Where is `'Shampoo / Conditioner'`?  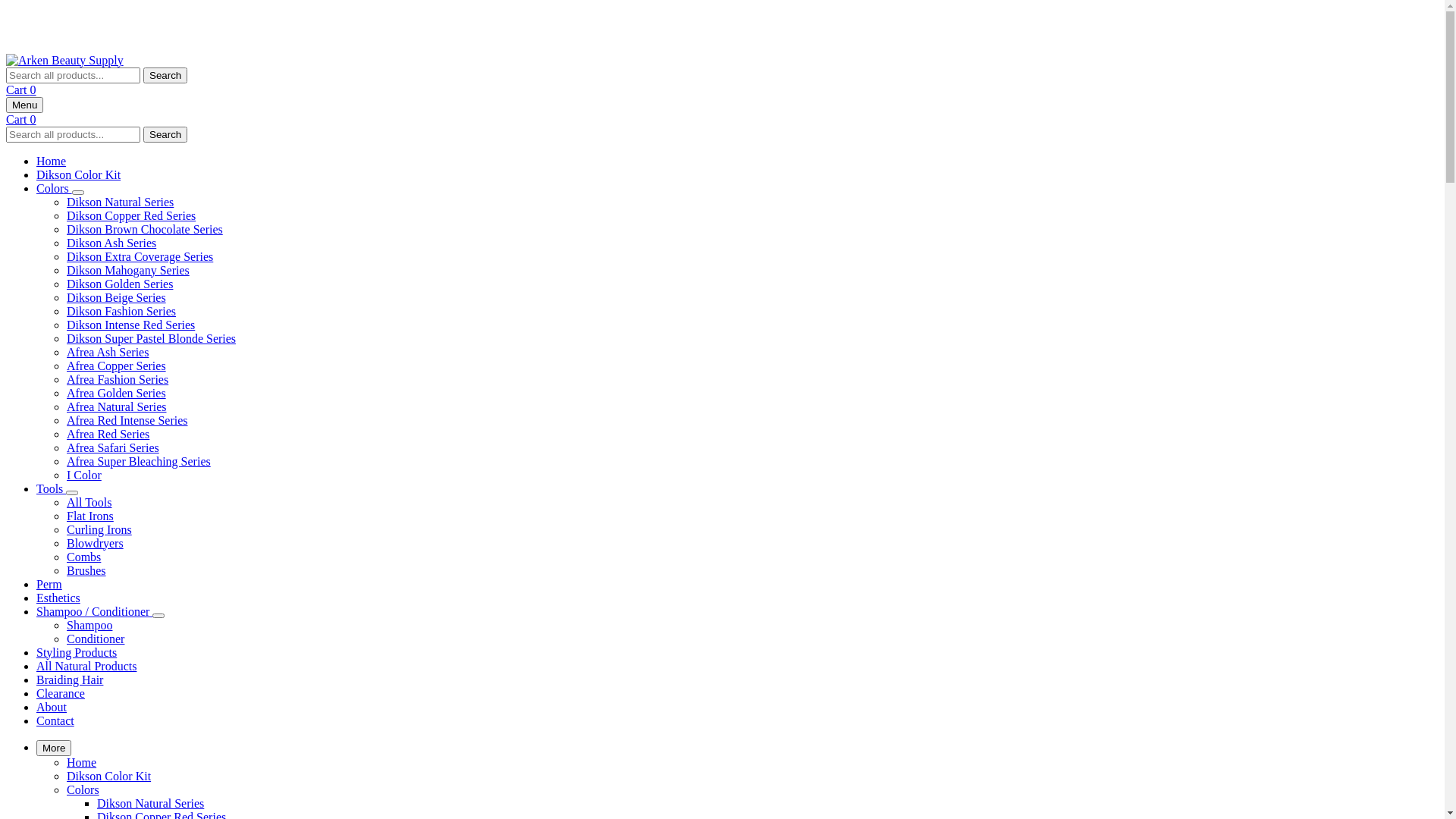 'Shampoo / Conditioner' is located at coordinates (36, 610).